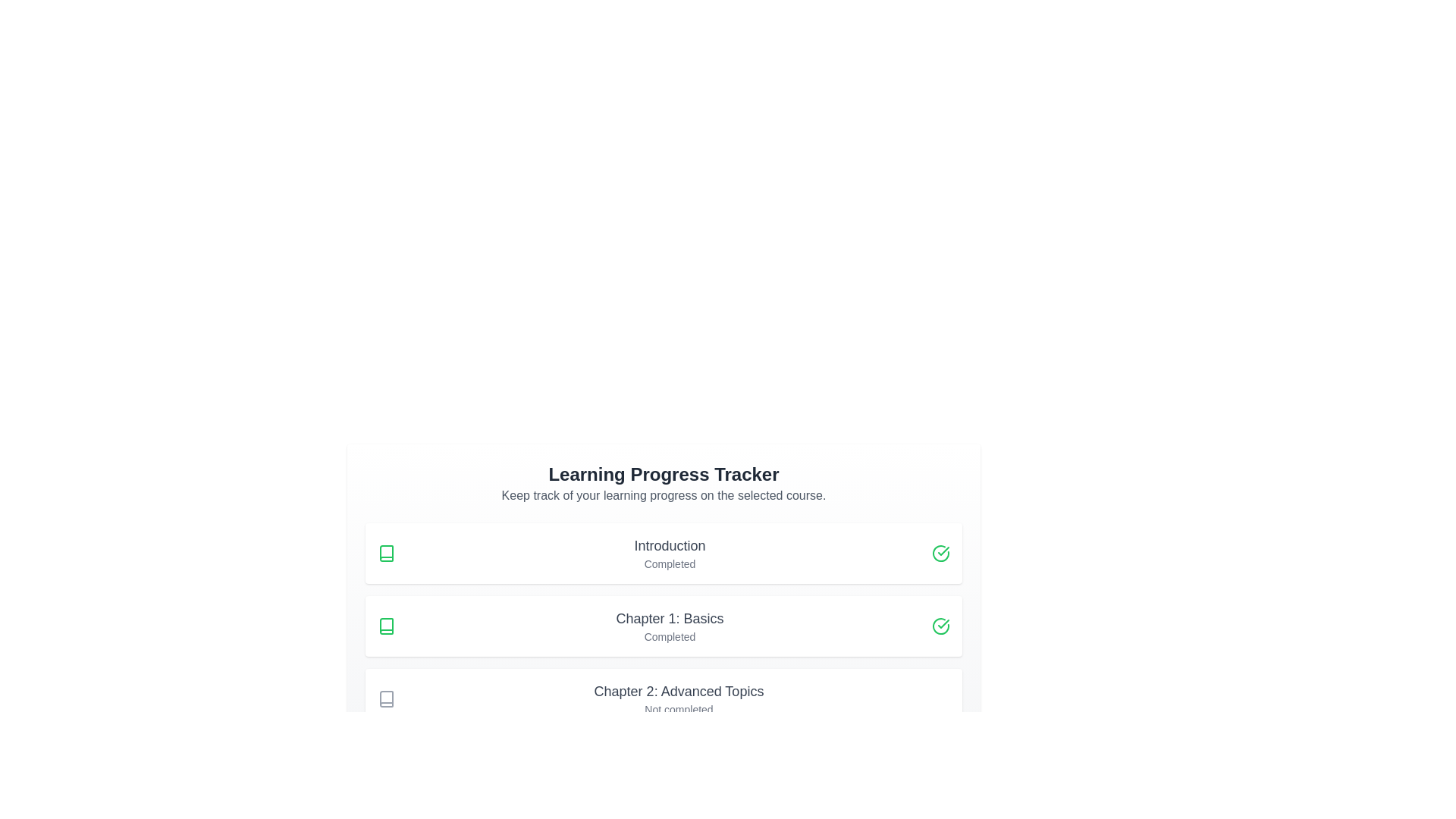 Image resolution: width=1456 pixels, height=819 pixels. I want to click on the circular icon with a green outline and checkmark, indicating completion, located to the right of the 'Completed' text in the 'Chapter 1: Basics' card, so click(940, 626).